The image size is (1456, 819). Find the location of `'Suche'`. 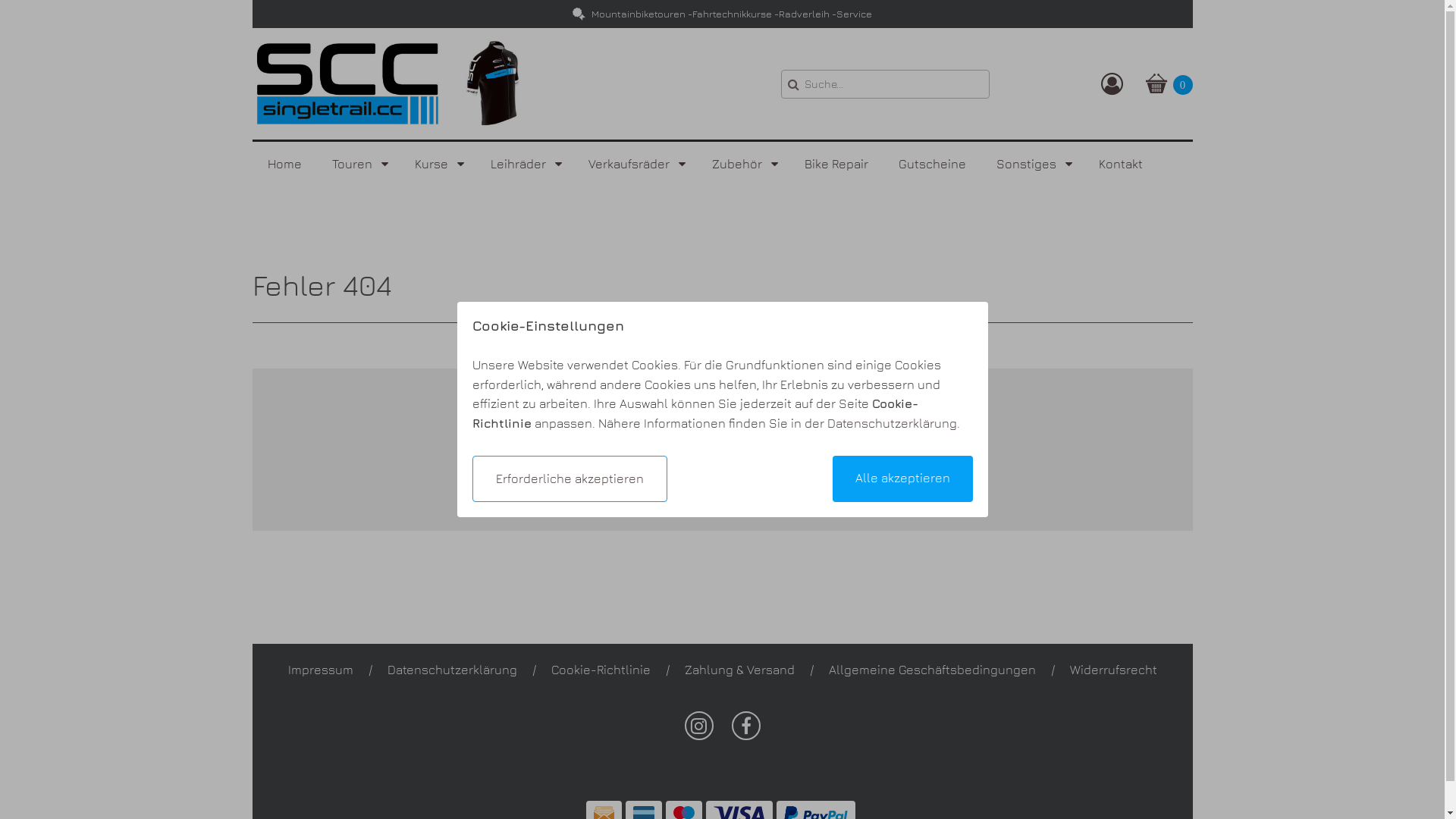

'Suche' is located at coordinates (781, 84).